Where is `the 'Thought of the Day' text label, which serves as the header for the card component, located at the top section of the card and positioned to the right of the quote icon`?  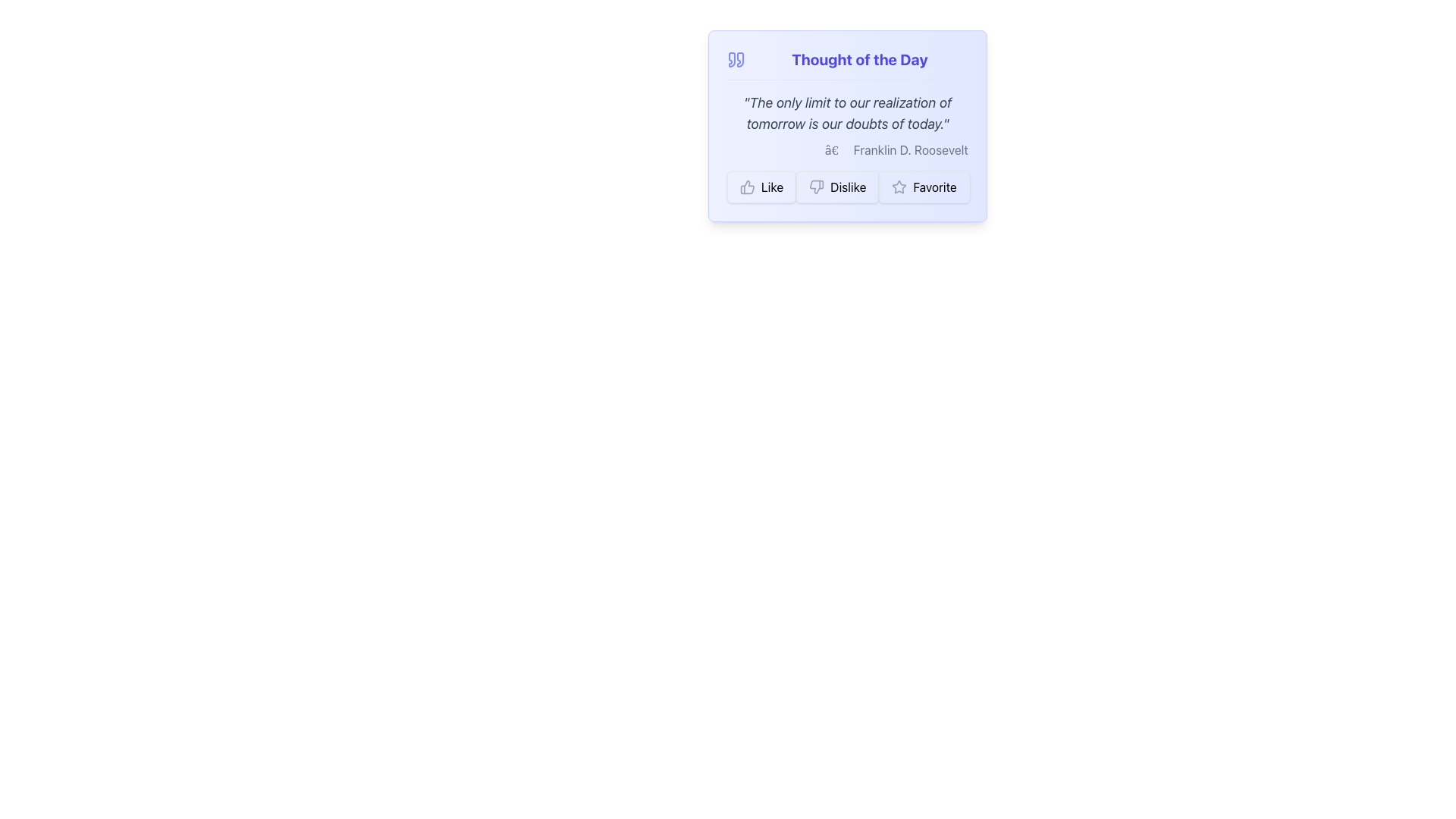
the 'Thought of the Day' text label, which serves as the header for the card component, located at the top section of the card and positioned to the right of the quote icon is located at coordinates (859, 58).